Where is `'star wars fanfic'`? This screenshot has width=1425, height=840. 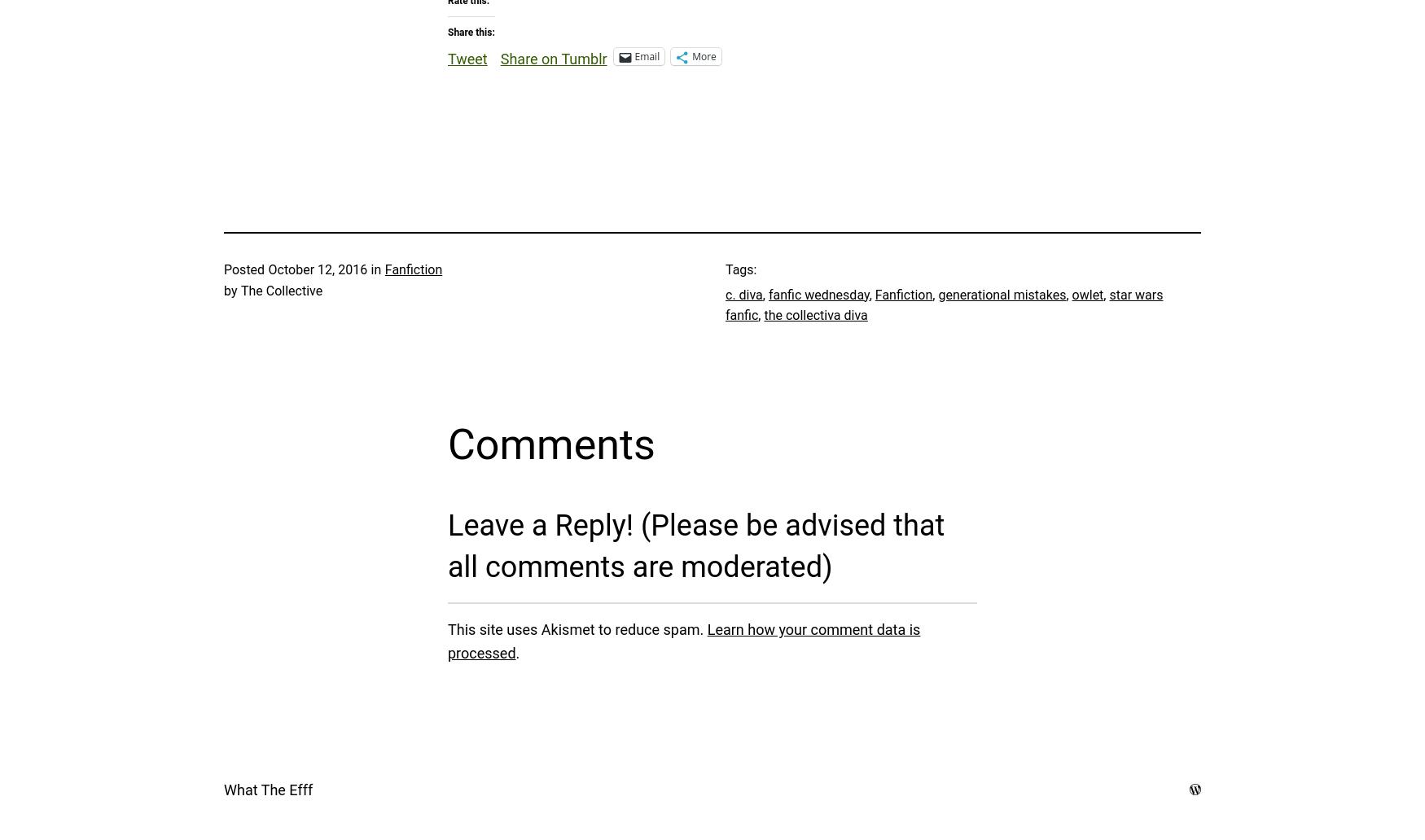
'star wars fanfic' is located at coordinates (943, 304).